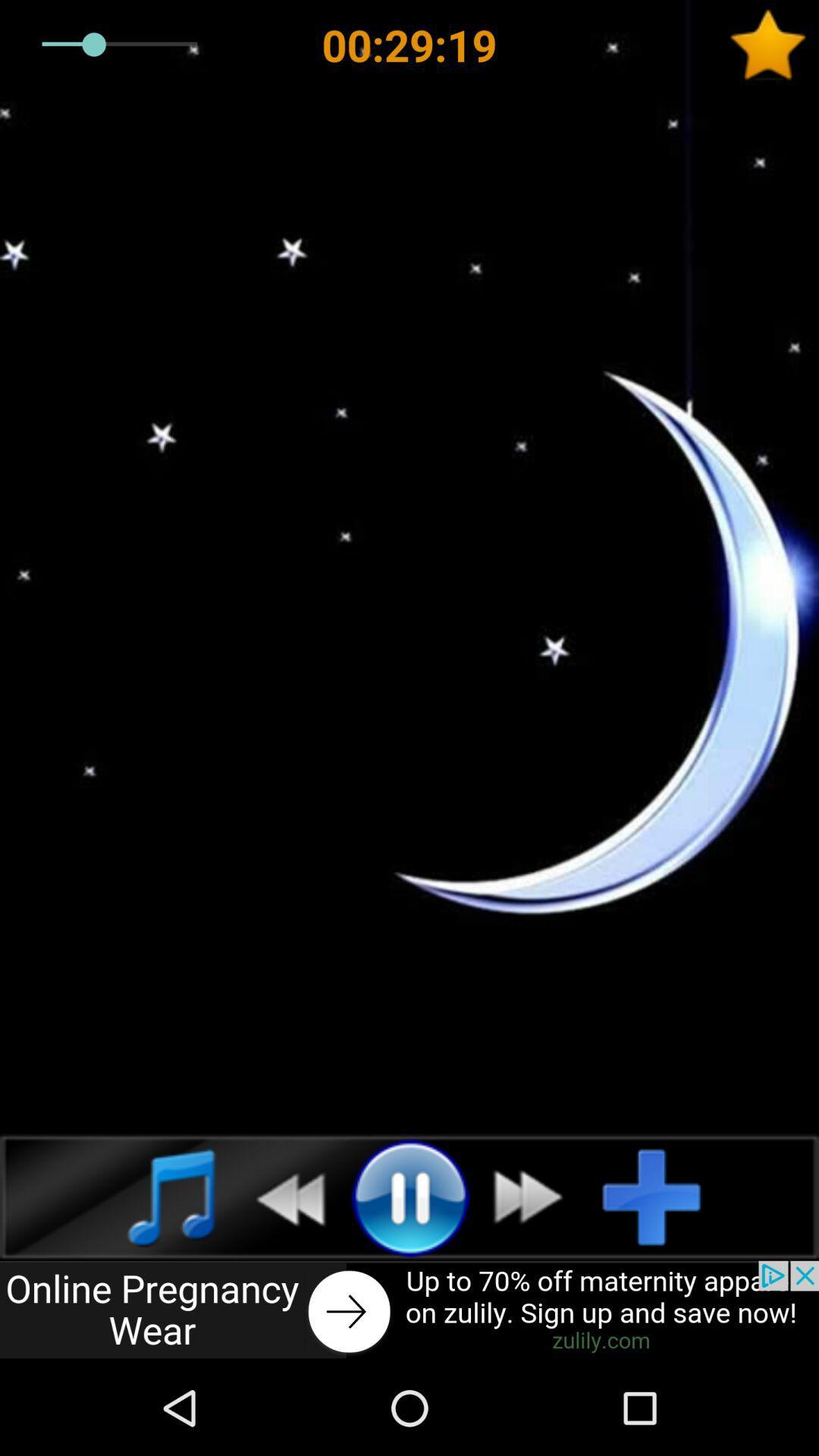 Image resolution: width=819 pixels, height=1456 pixels. What do you see at coordinates (409, 1310) in the screenshot?
I see `click on the advertised site` at bounding box center [409, 1310].